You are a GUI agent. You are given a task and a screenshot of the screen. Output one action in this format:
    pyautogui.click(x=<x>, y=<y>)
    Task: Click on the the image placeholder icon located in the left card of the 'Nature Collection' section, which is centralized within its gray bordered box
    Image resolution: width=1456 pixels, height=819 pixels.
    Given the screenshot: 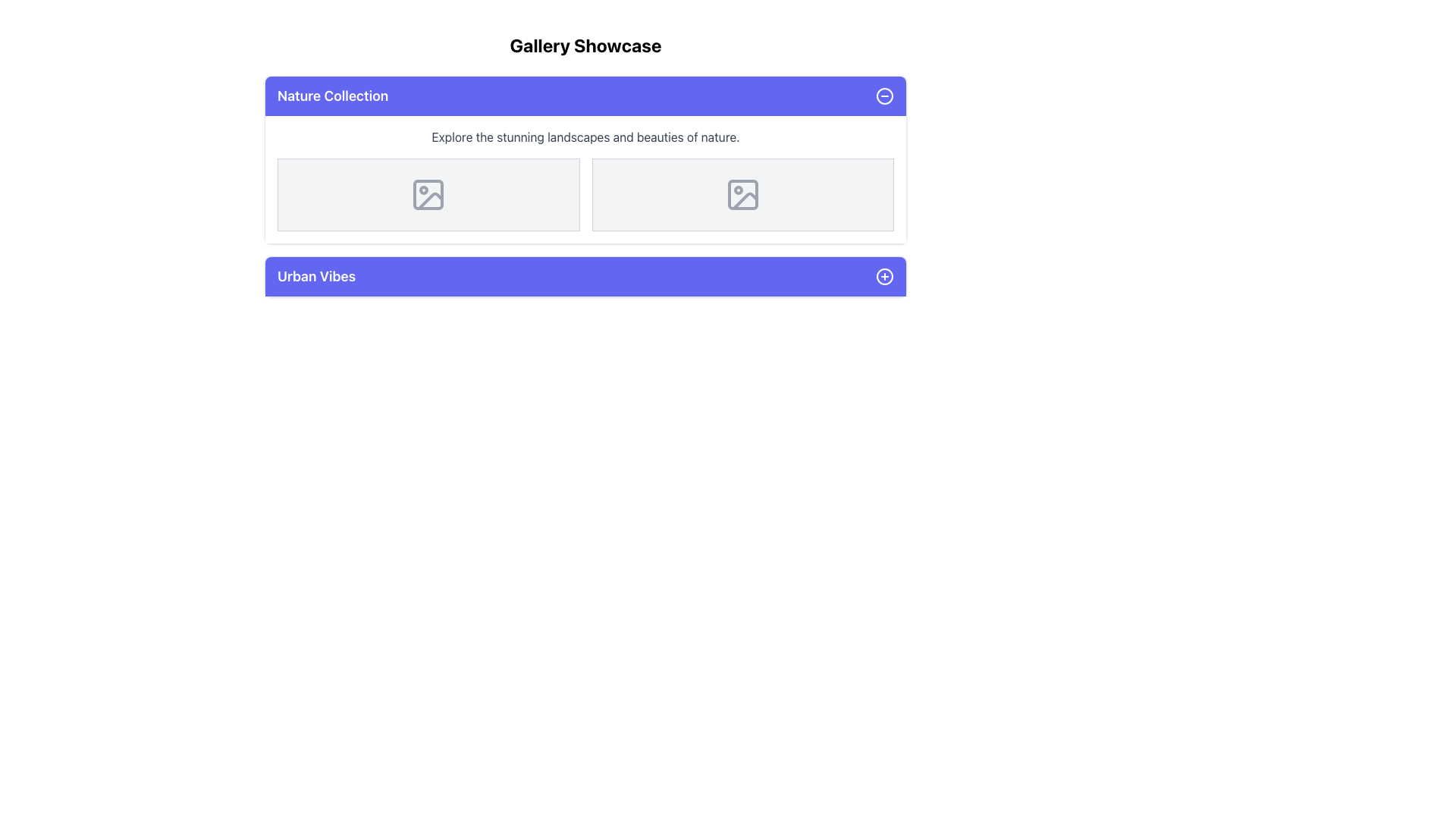 What is the action you would take?
    pyautogui.click(x=428, y=194)
    